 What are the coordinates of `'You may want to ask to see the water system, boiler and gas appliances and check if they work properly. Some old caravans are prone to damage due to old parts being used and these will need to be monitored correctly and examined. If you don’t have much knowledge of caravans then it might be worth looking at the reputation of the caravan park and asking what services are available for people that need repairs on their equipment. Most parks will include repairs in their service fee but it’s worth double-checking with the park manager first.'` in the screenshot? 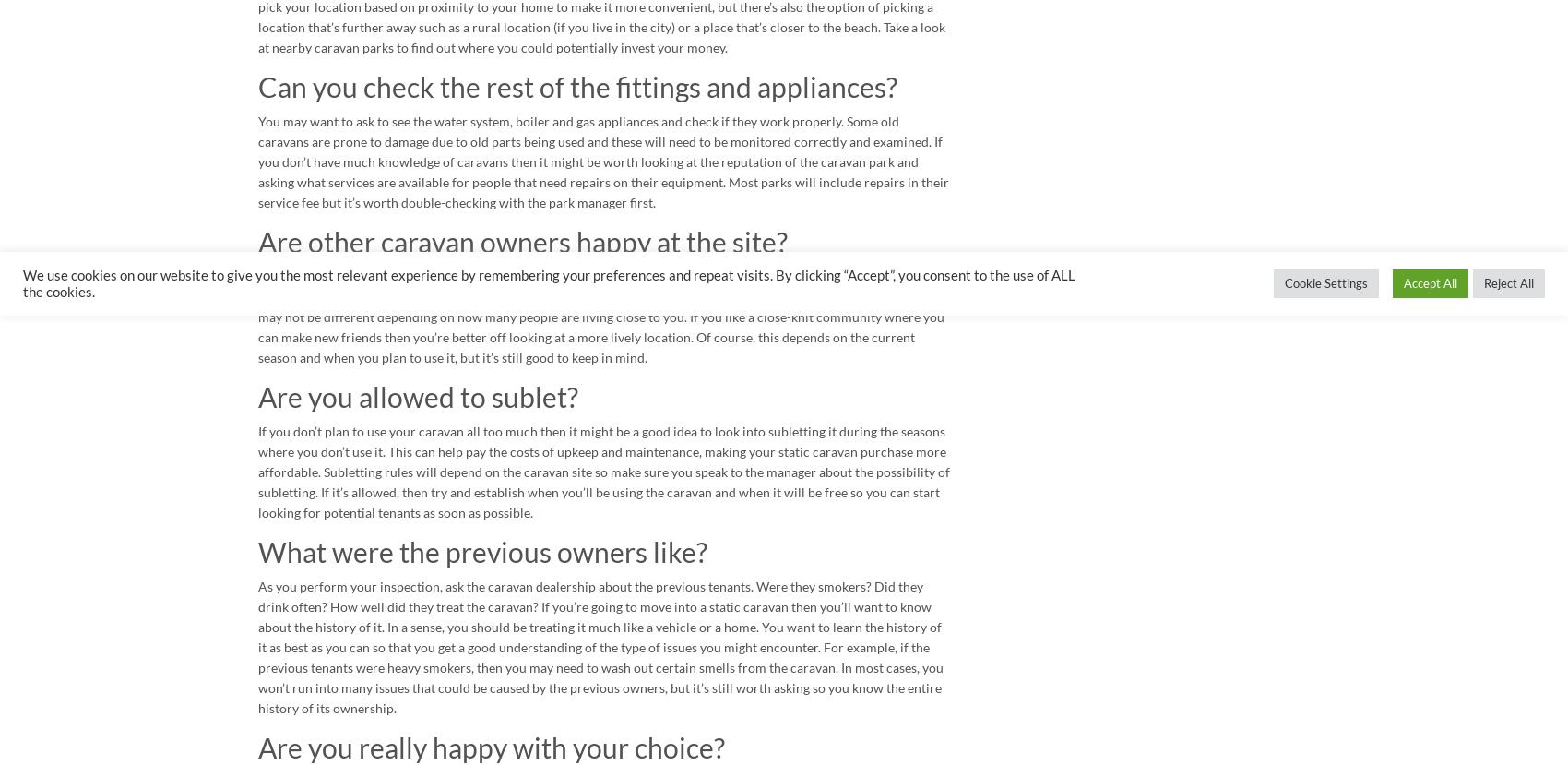 It's located at (603, 161).